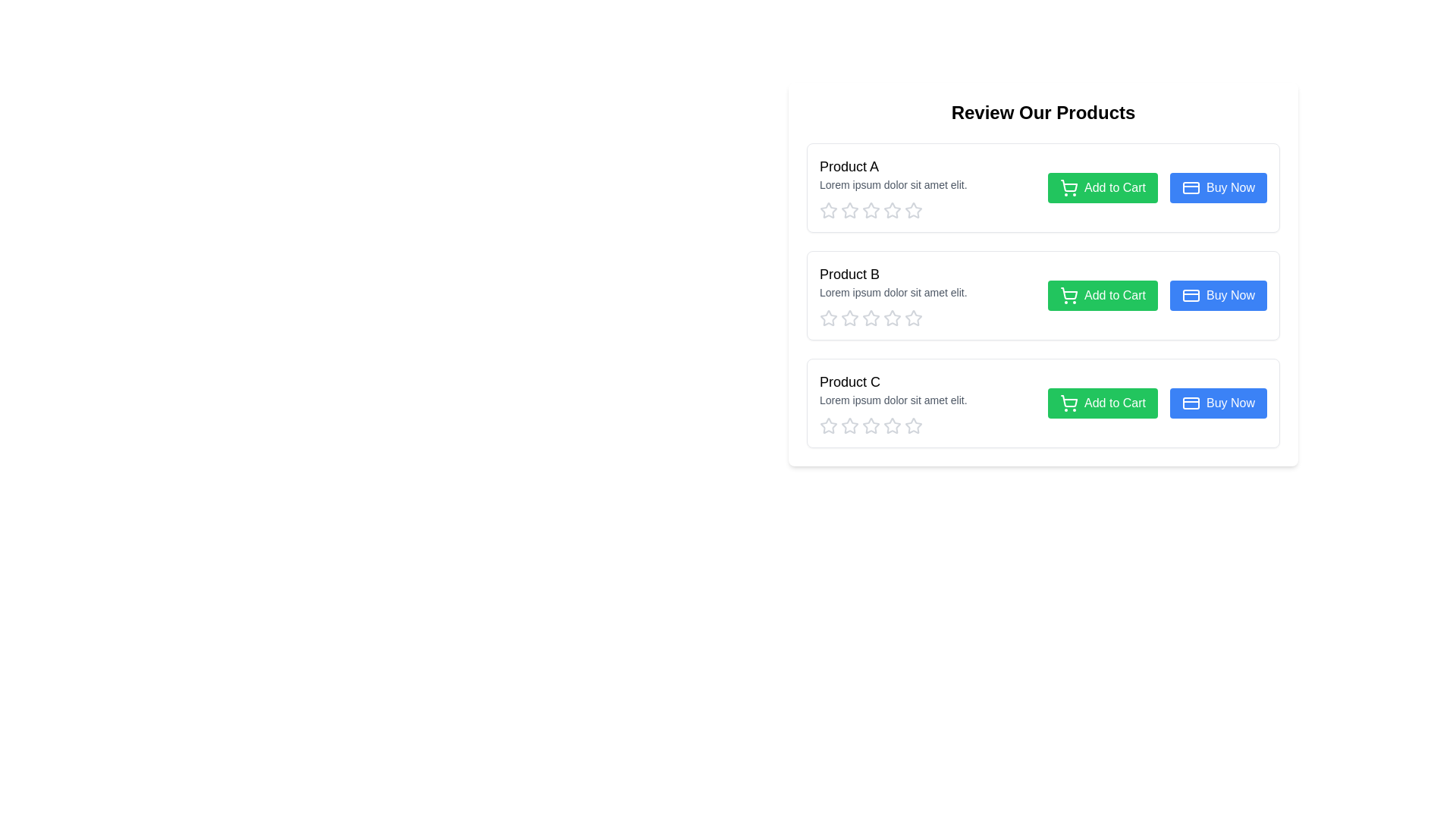 The height and width of the screenshot is (819, 1456). I want to click on the text 'Product A' which is the main heading in the product description section, positioned at the top-left corner of the first product card, so click(848, 166).